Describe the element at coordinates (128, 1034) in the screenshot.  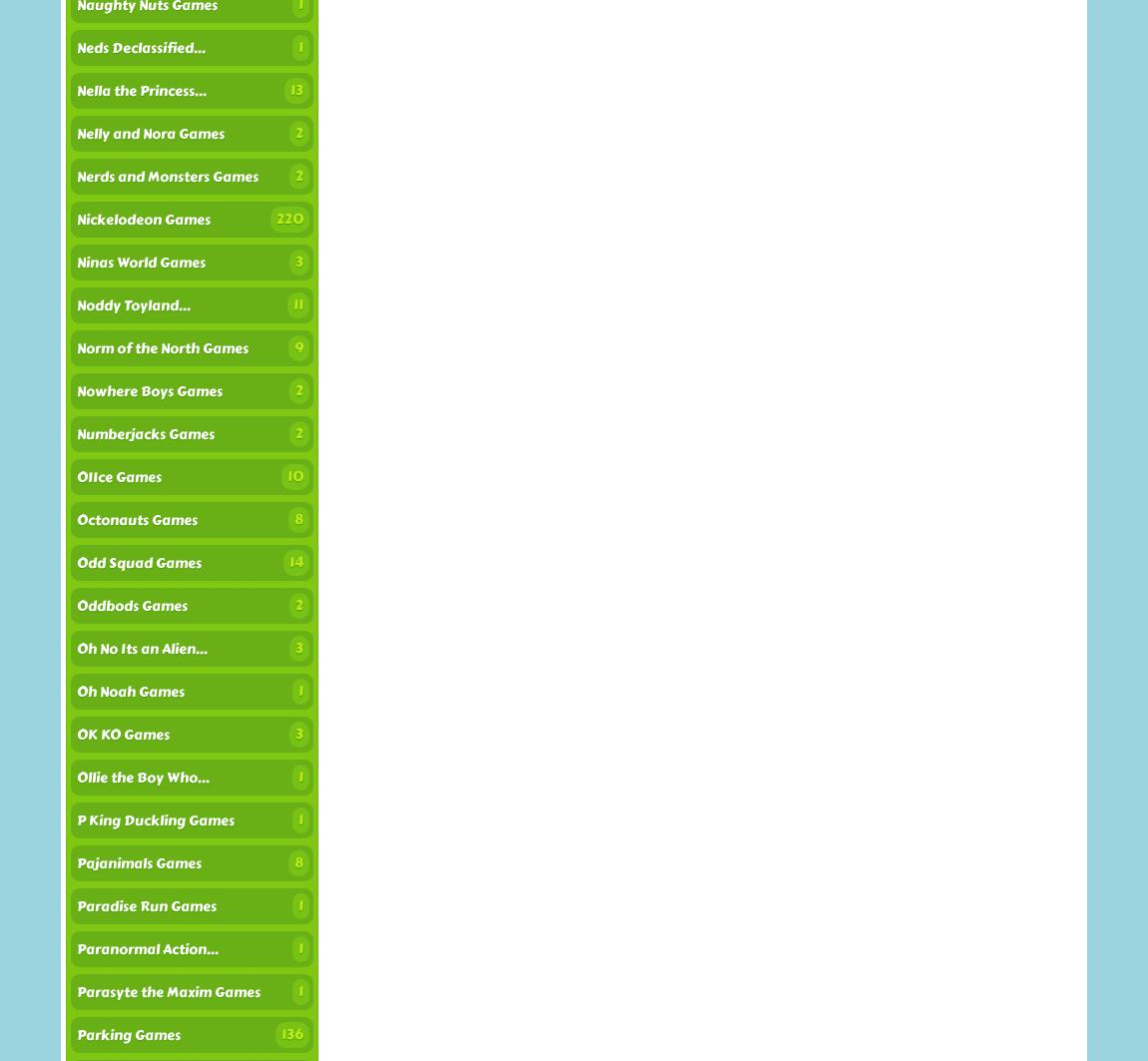
I see `'Parking Games'` at that location.